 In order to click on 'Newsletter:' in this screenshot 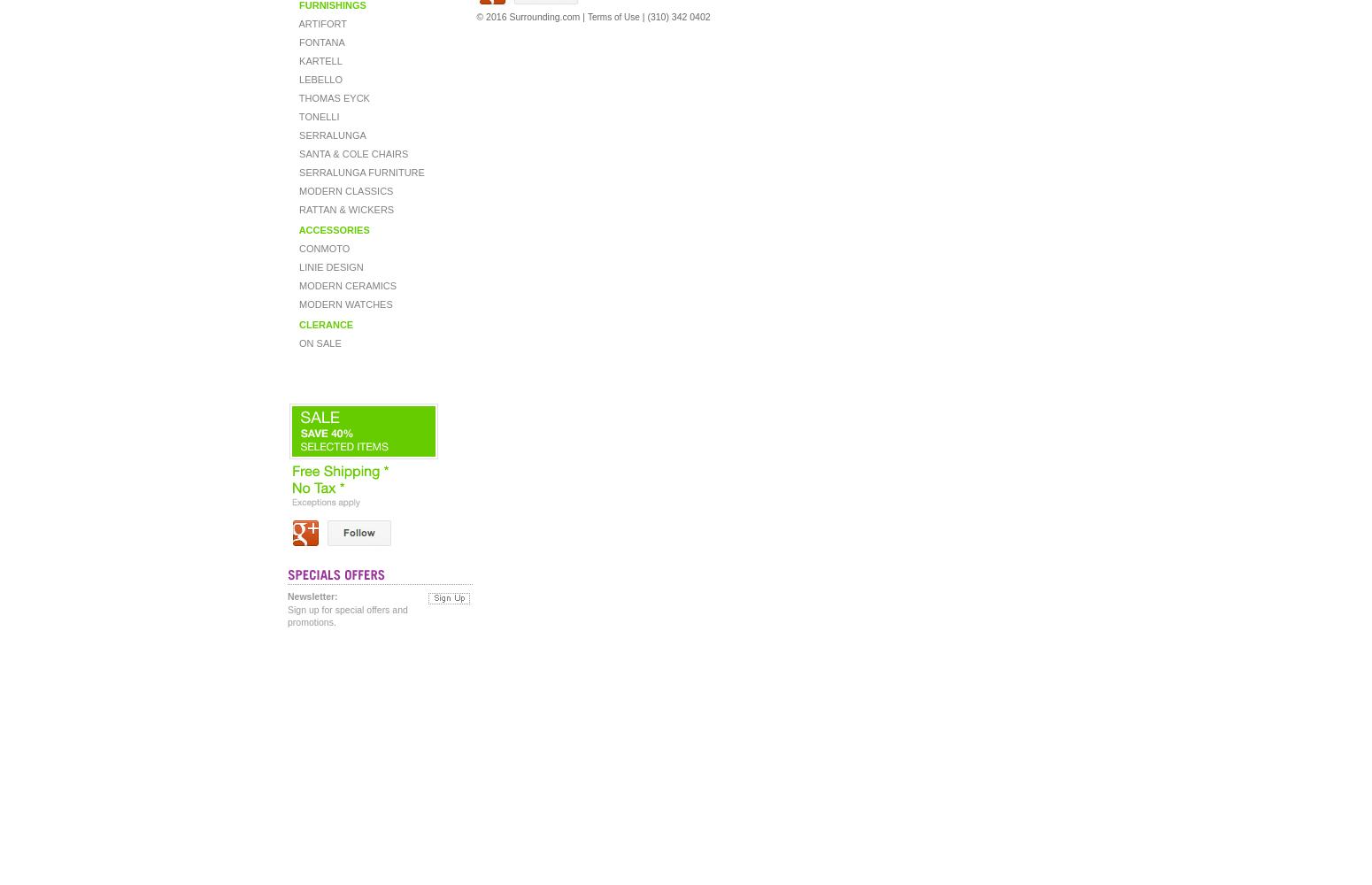, I will do `click(311, 596)`.